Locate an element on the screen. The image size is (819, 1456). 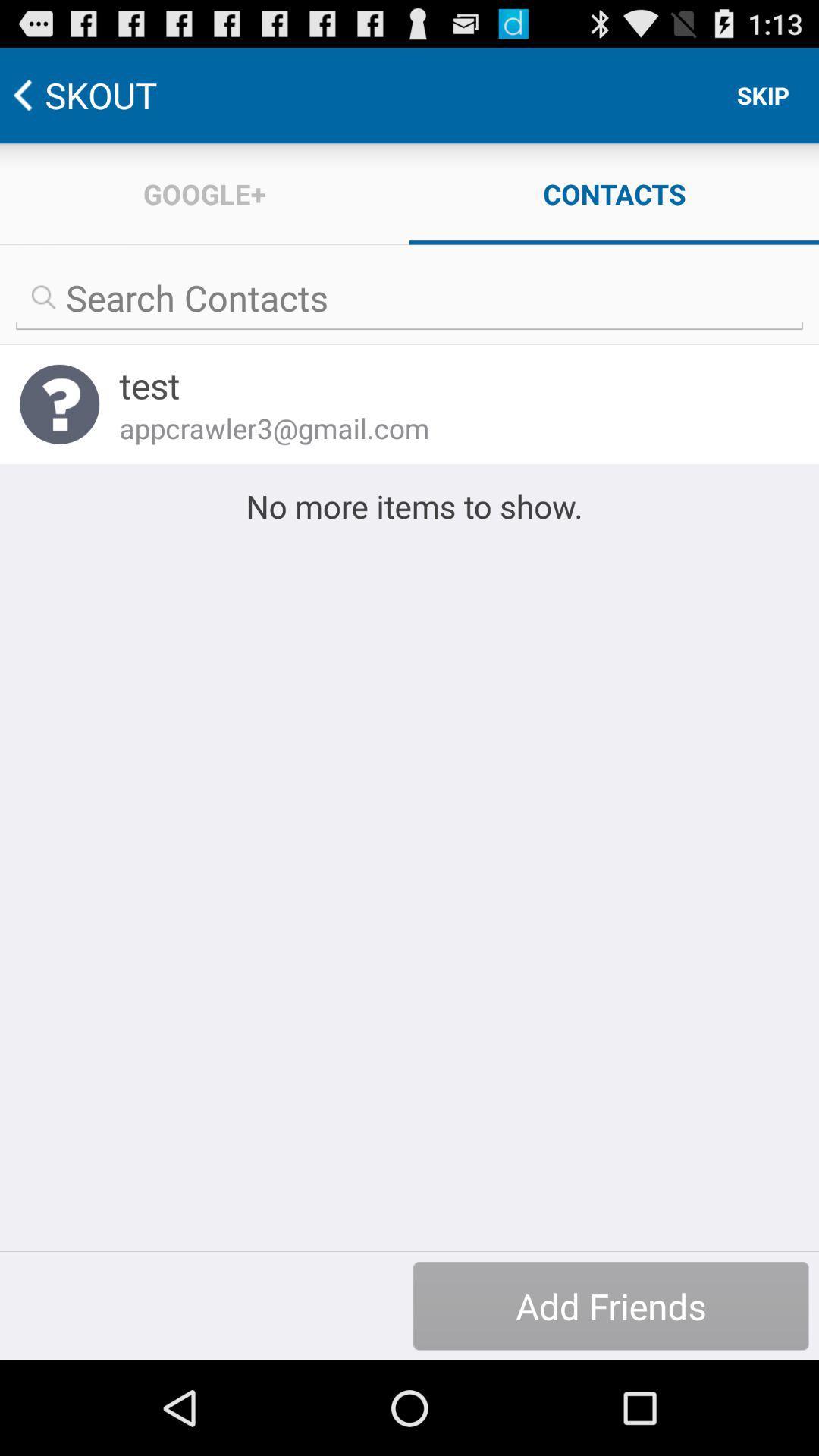
skip icon is located at coordinates (763, 94).